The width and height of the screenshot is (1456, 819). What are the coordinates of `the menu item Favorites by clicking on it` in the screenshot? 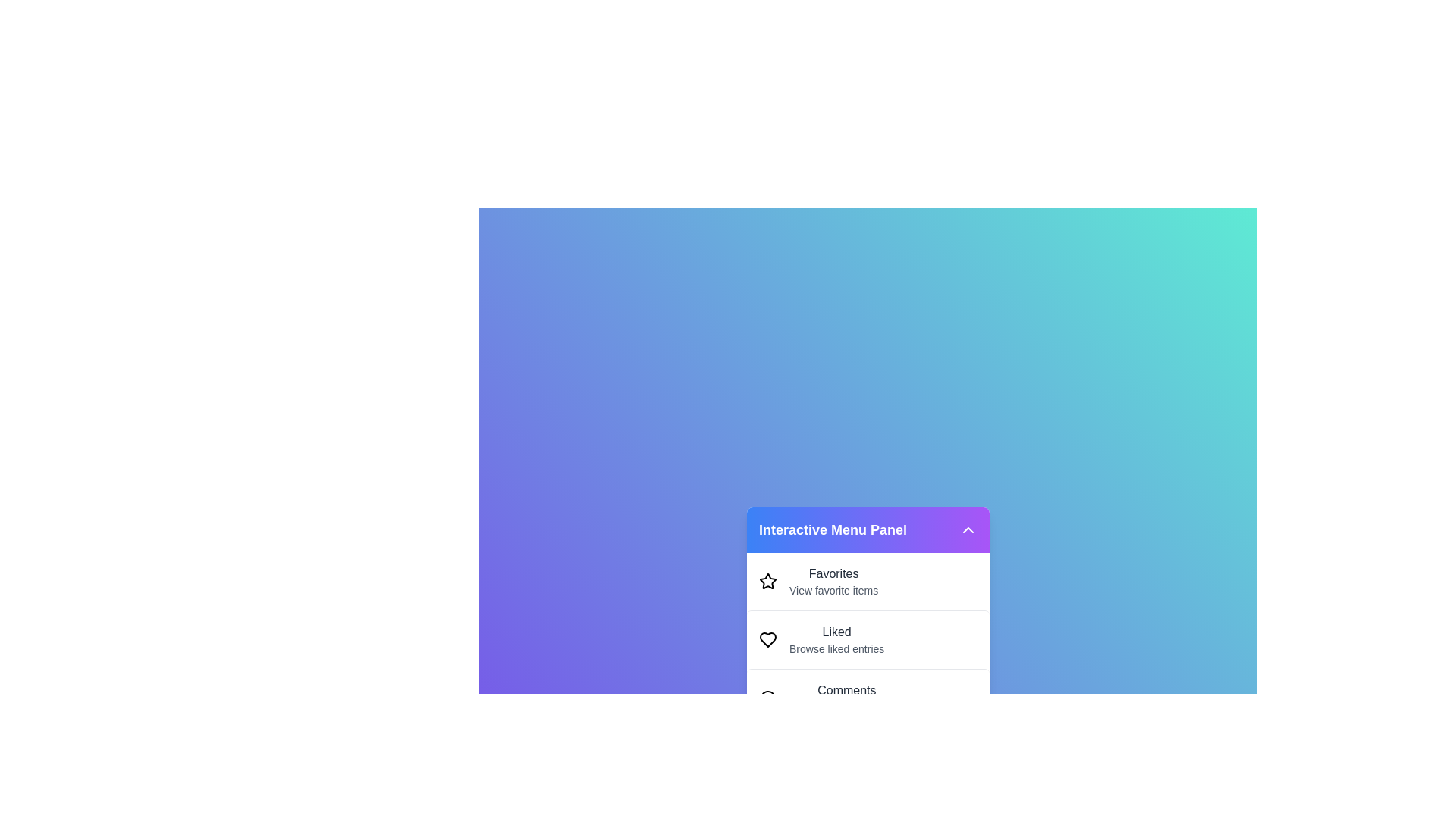 It's located at (868, 581).